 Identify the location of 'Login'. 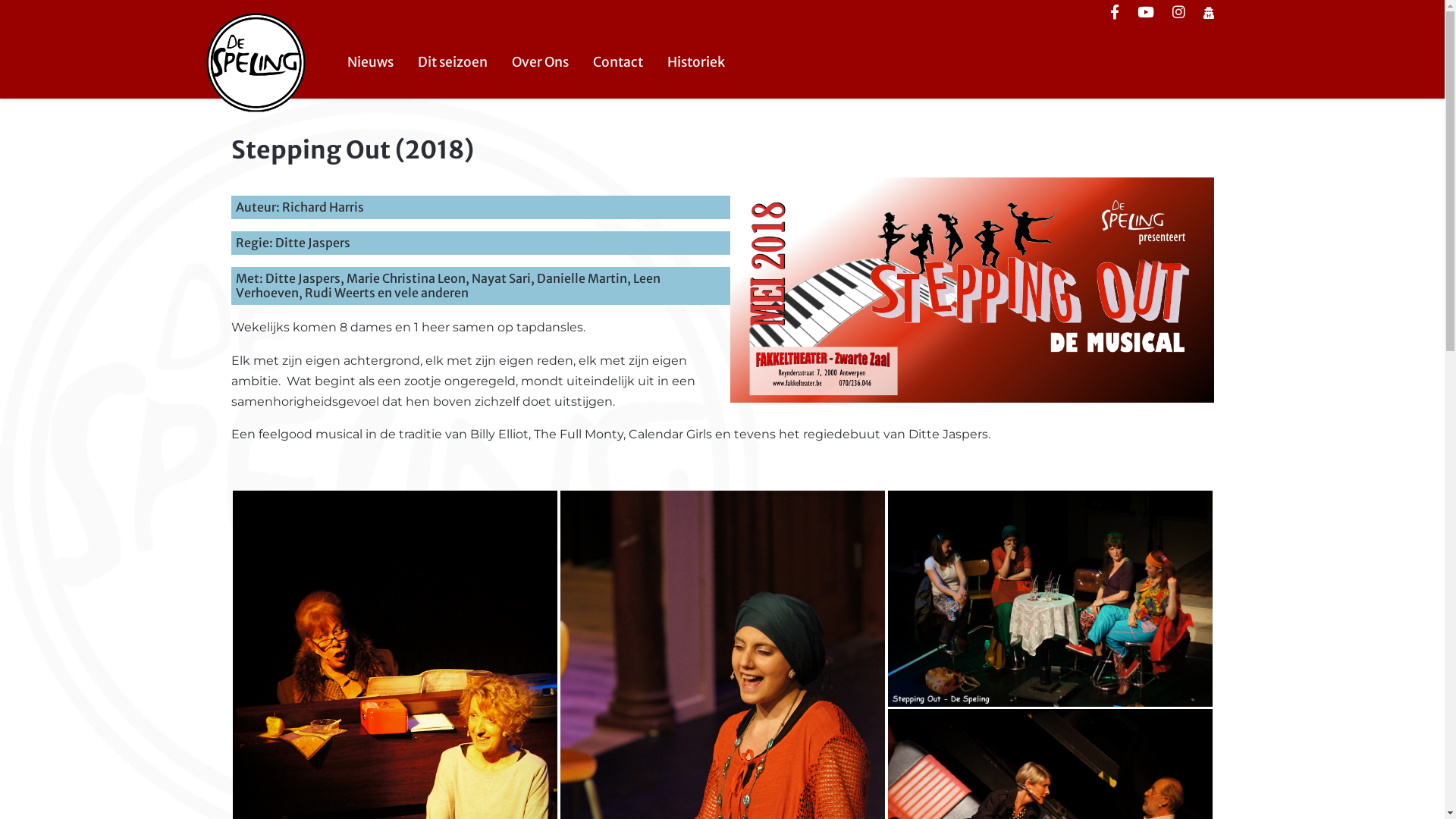
(1207, 13).